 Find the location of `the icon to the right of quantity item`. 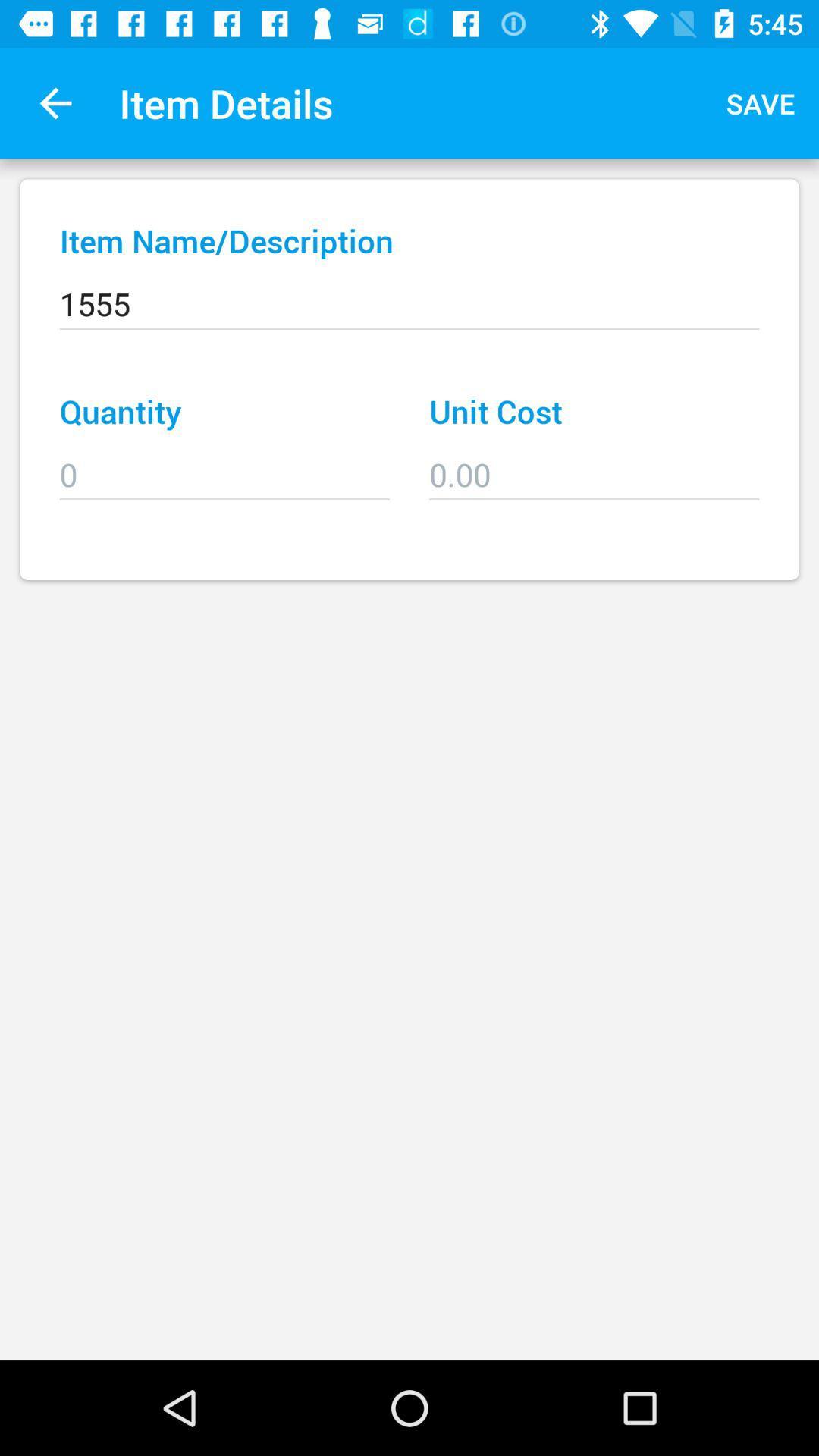

the icon to the right of quantity item is located at coordinates (593, 463).